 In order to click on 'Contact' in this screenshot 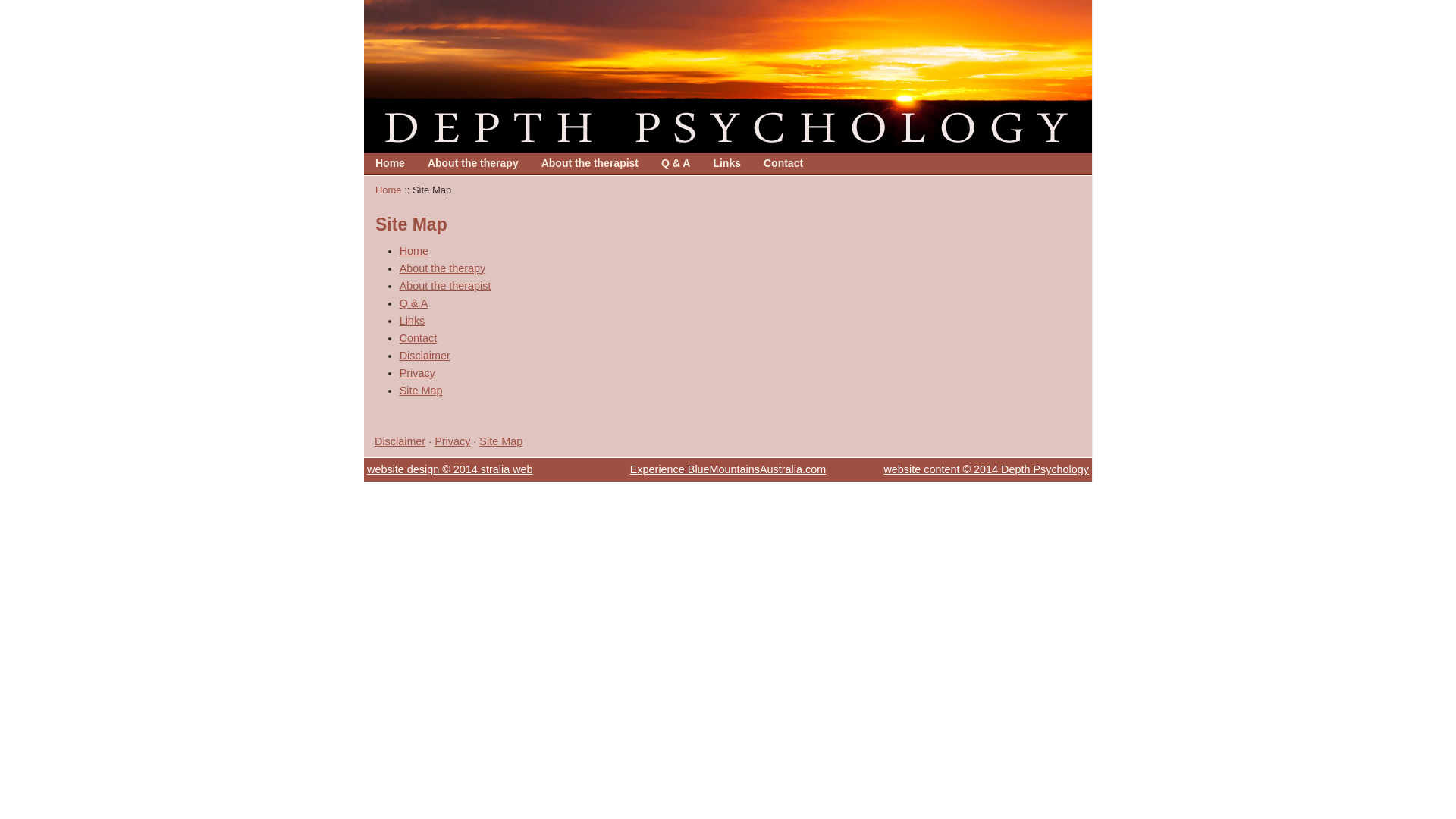, I will do `click(419, 337)`.